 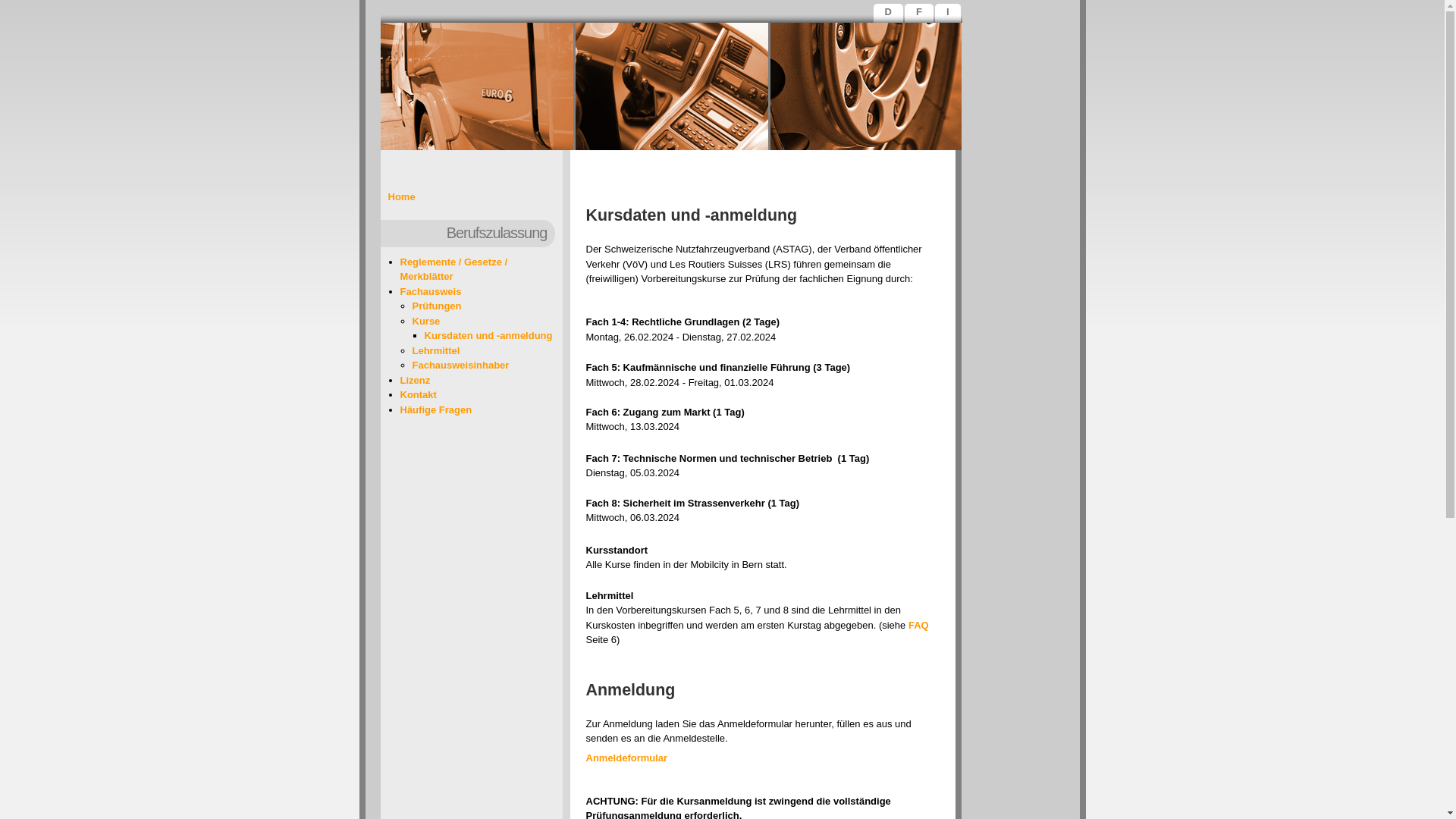 I want to click on 'Lehrmittel', so click(x=435, y=350).